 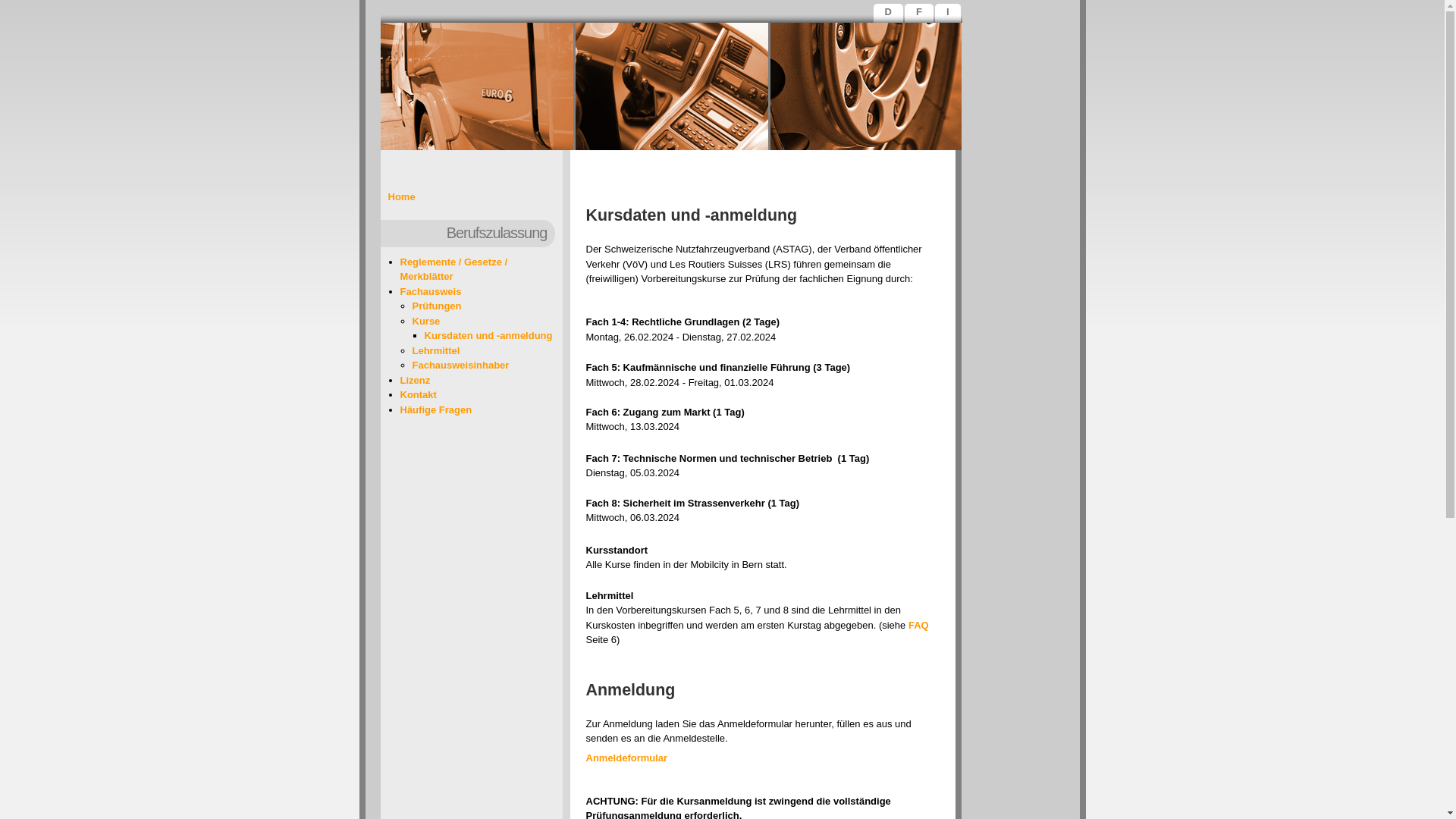 I want to click on 'Lehrmittel', so click(x=435, y=350).